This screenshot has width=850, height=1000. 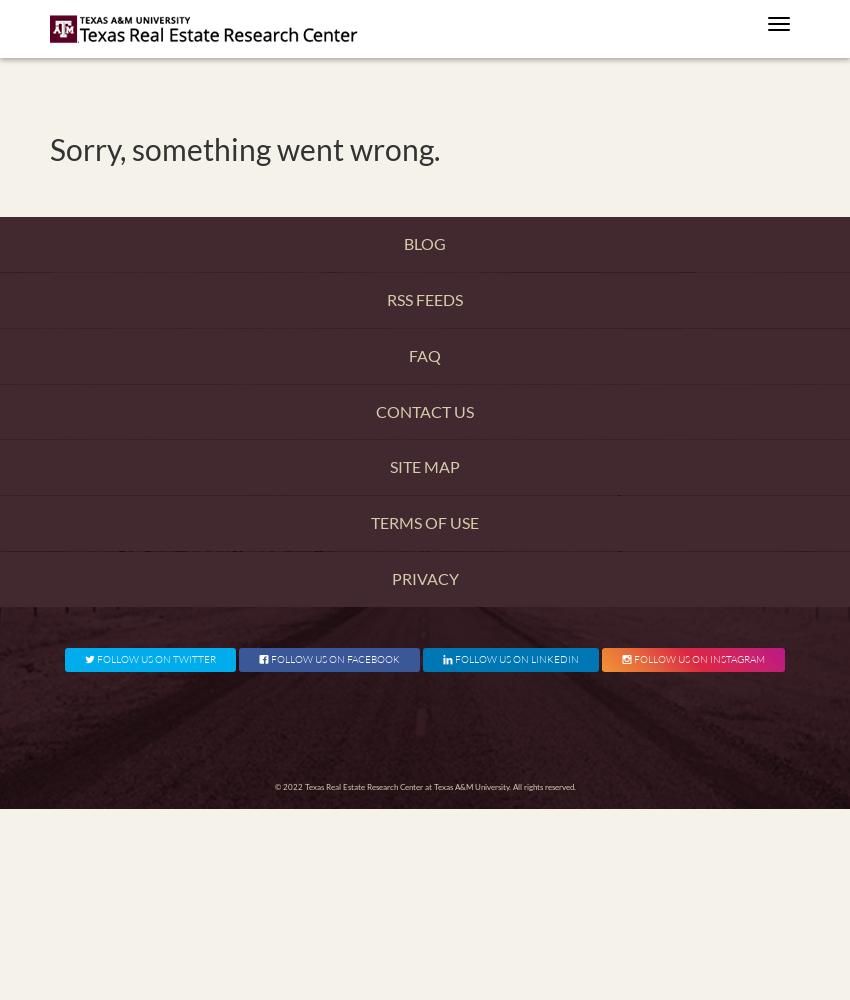 What do you see at coordinates (404, 242) in the screenshot?
I see `'Blog'` at bounding box center [404, 242].